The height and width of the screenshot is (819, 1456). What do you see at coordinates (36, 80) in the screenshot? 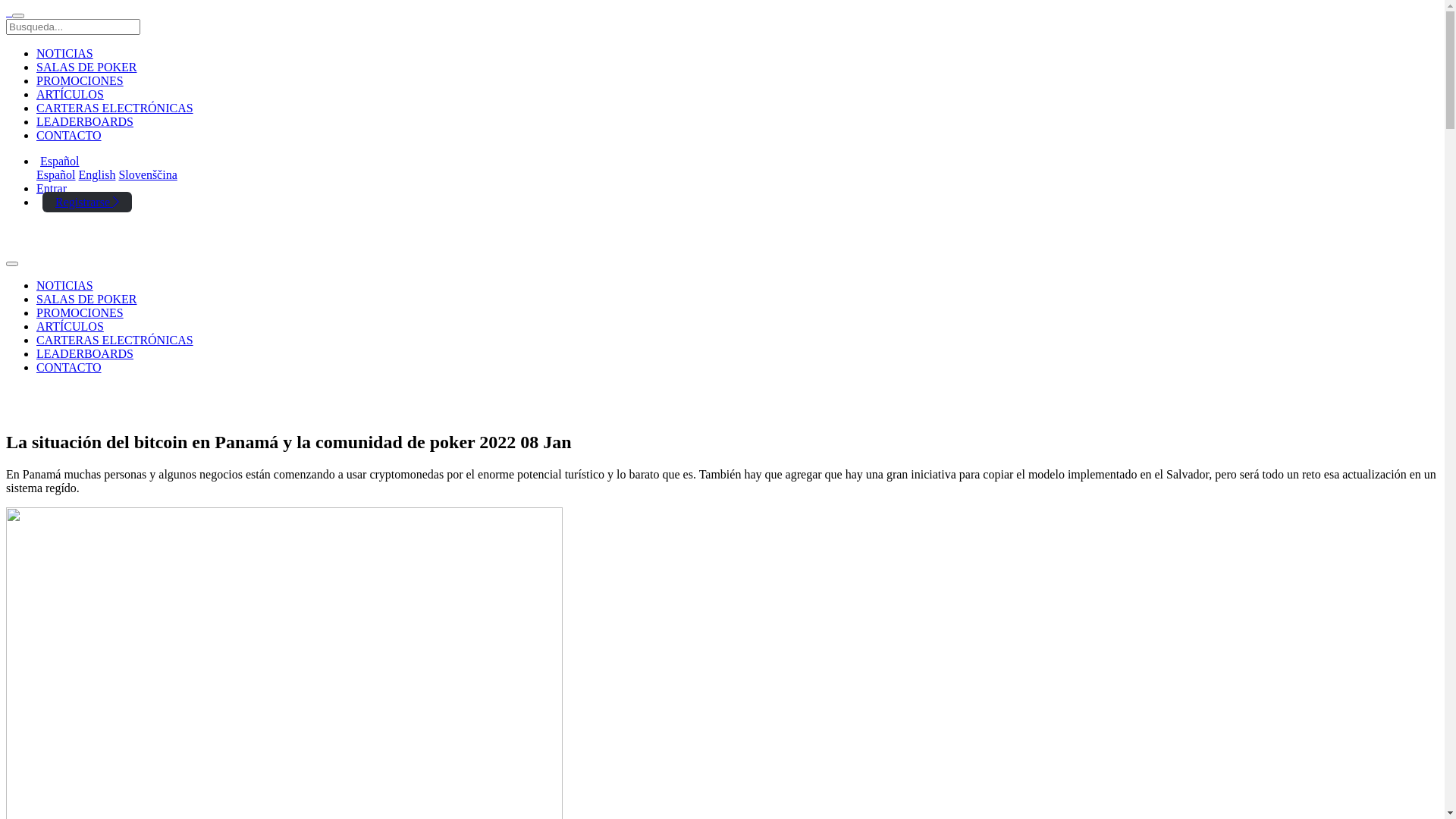
I see `'PROMOCIONES'` at bounding box center [36, 80].